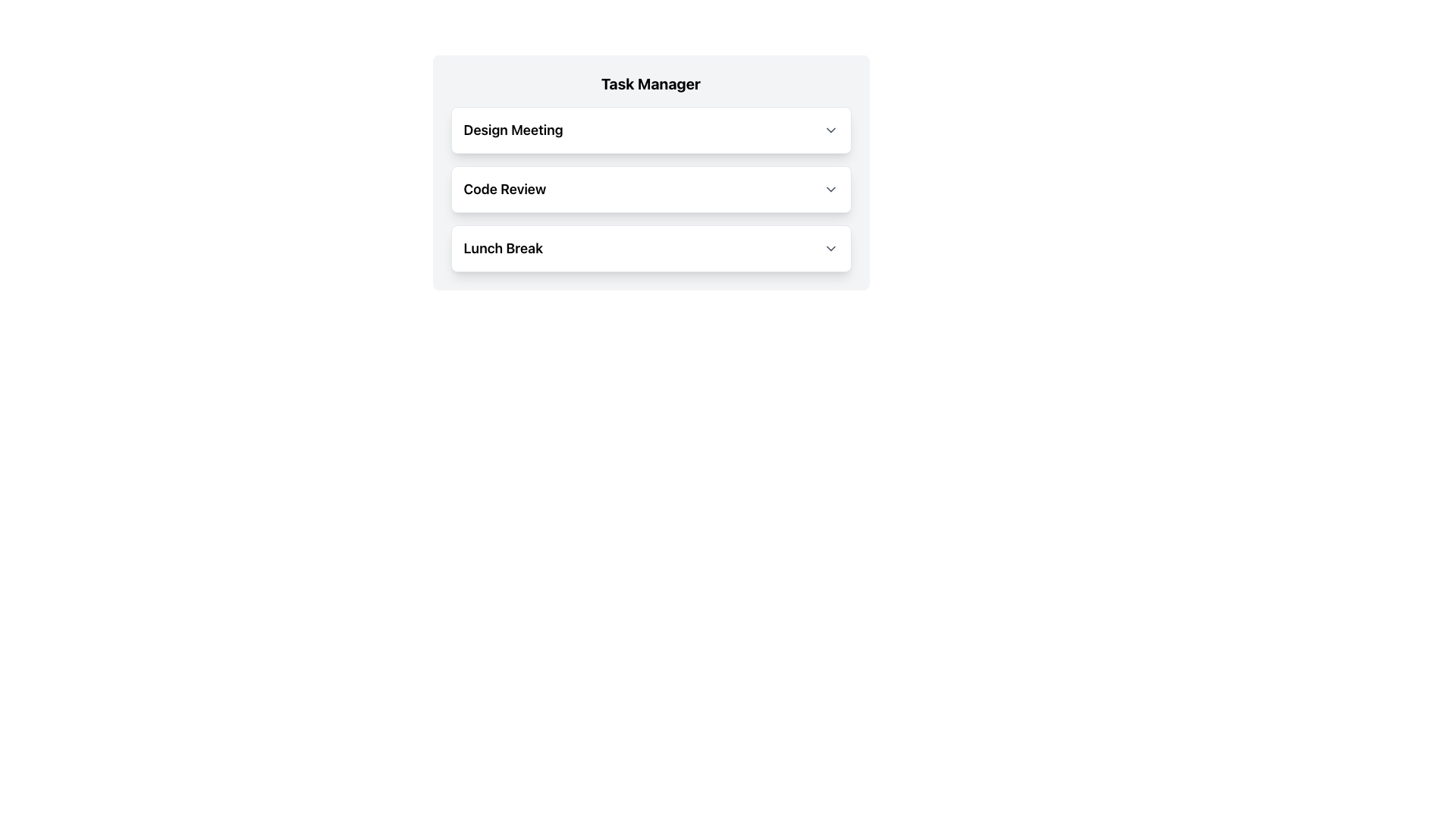  I want to click on the header element that indicates the purpose or content scope of the interface, positioned centrally above the collapsible list items ('Design Meeting', 'Code Review', 'Lunch Break'), so click(651, 84).